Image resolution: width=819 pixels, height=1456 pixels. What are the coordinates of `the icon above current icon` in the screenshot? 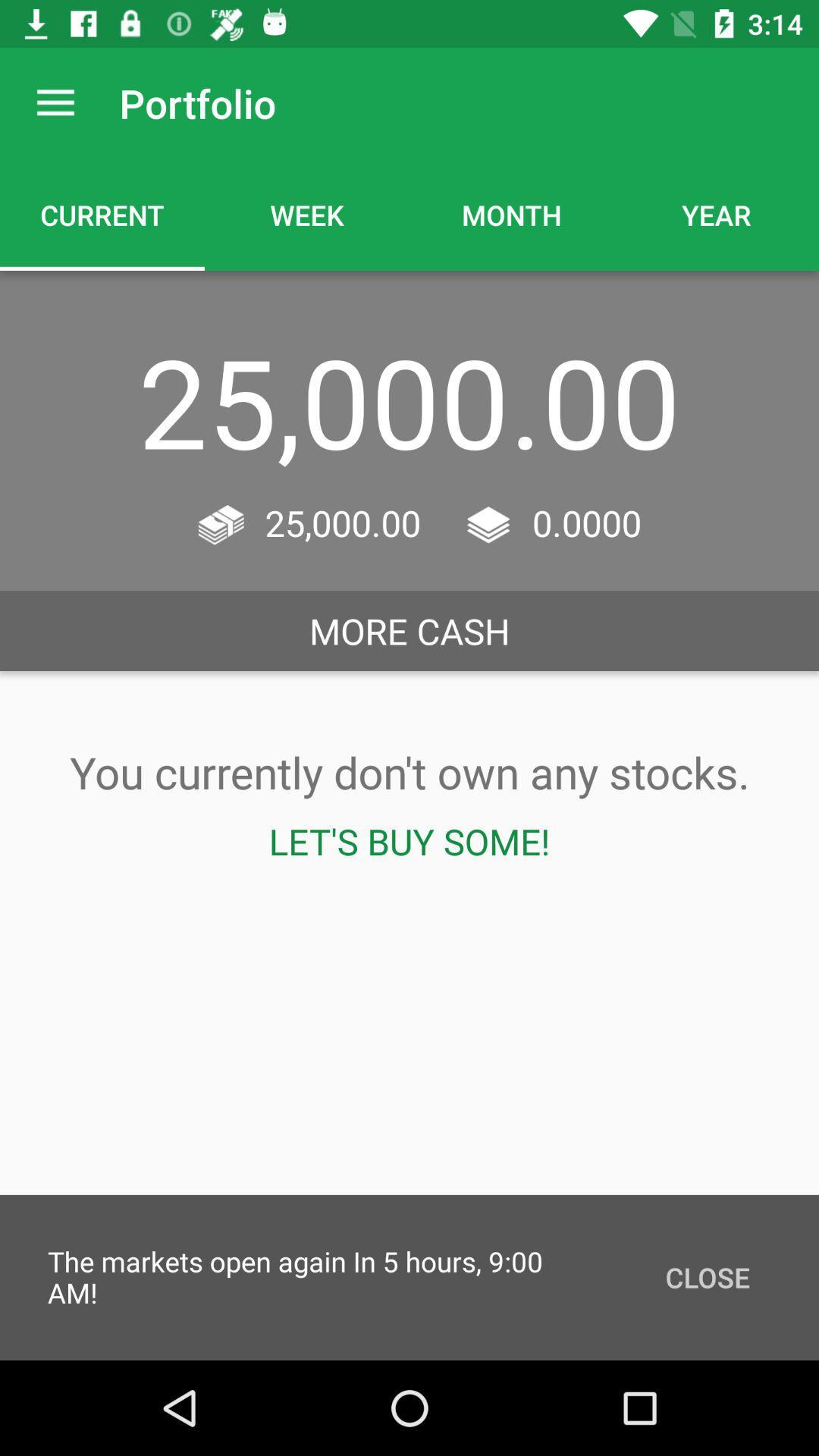 It's located at (55, 102).